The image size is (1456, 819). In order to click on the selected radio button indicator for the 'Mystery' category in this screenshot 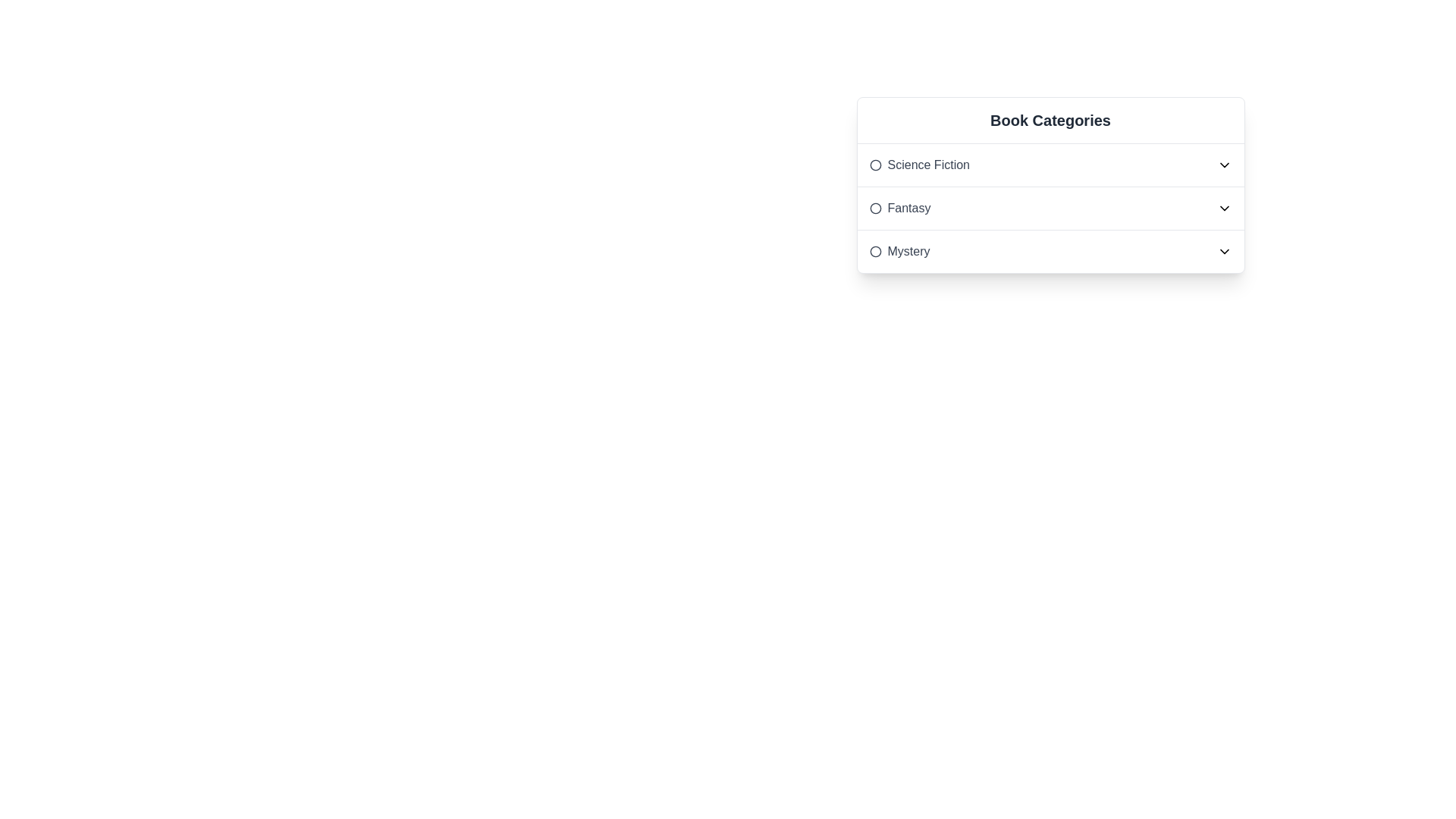, I will do `click(875, 250)`.